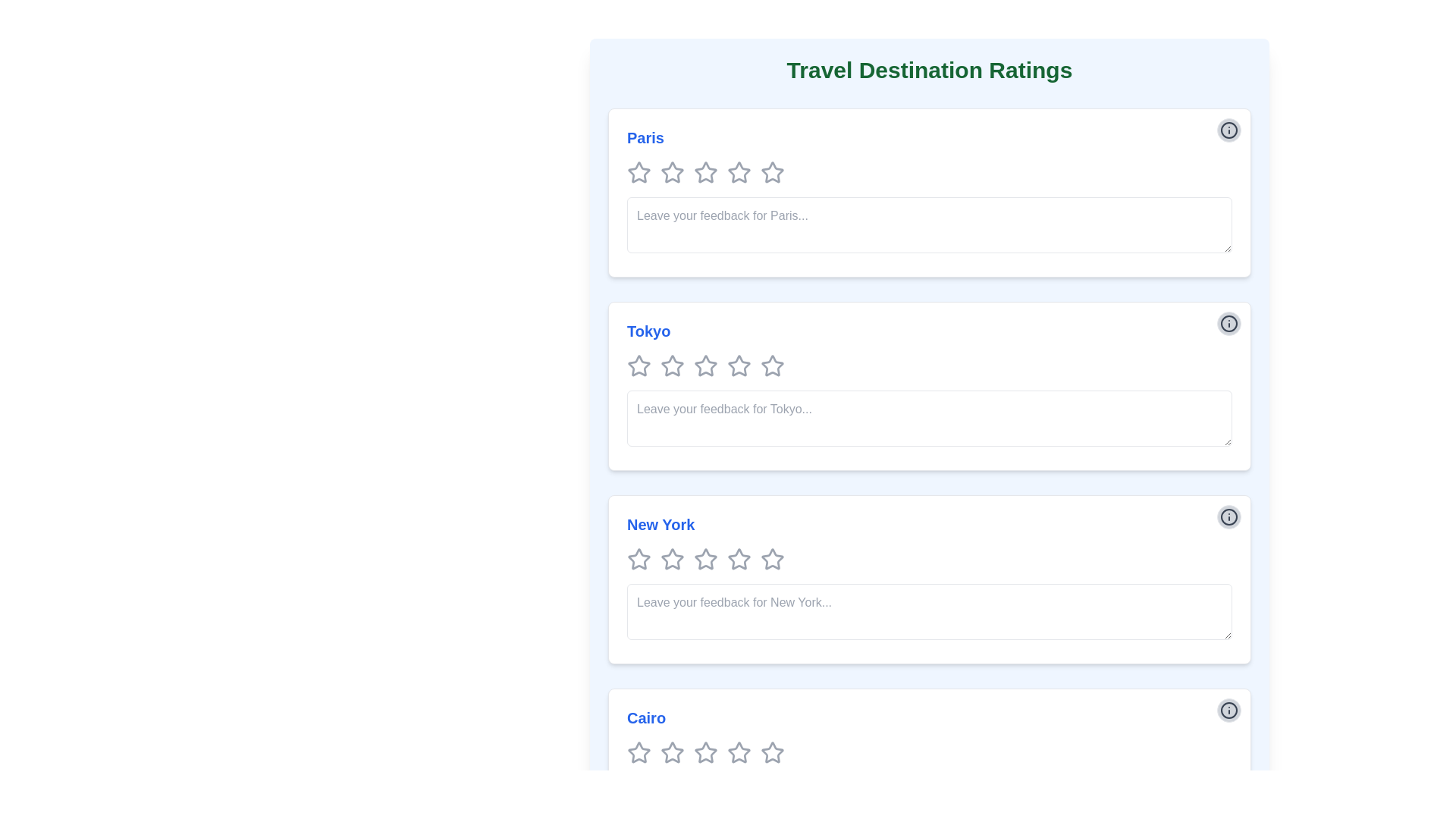 The height and width of the screenshot is (819, 1456). Describe the element at coordinates (639, 752) in the screenshot. I see `the first star in the rating component for 'Cairo' to set the rating as one star` at that location.